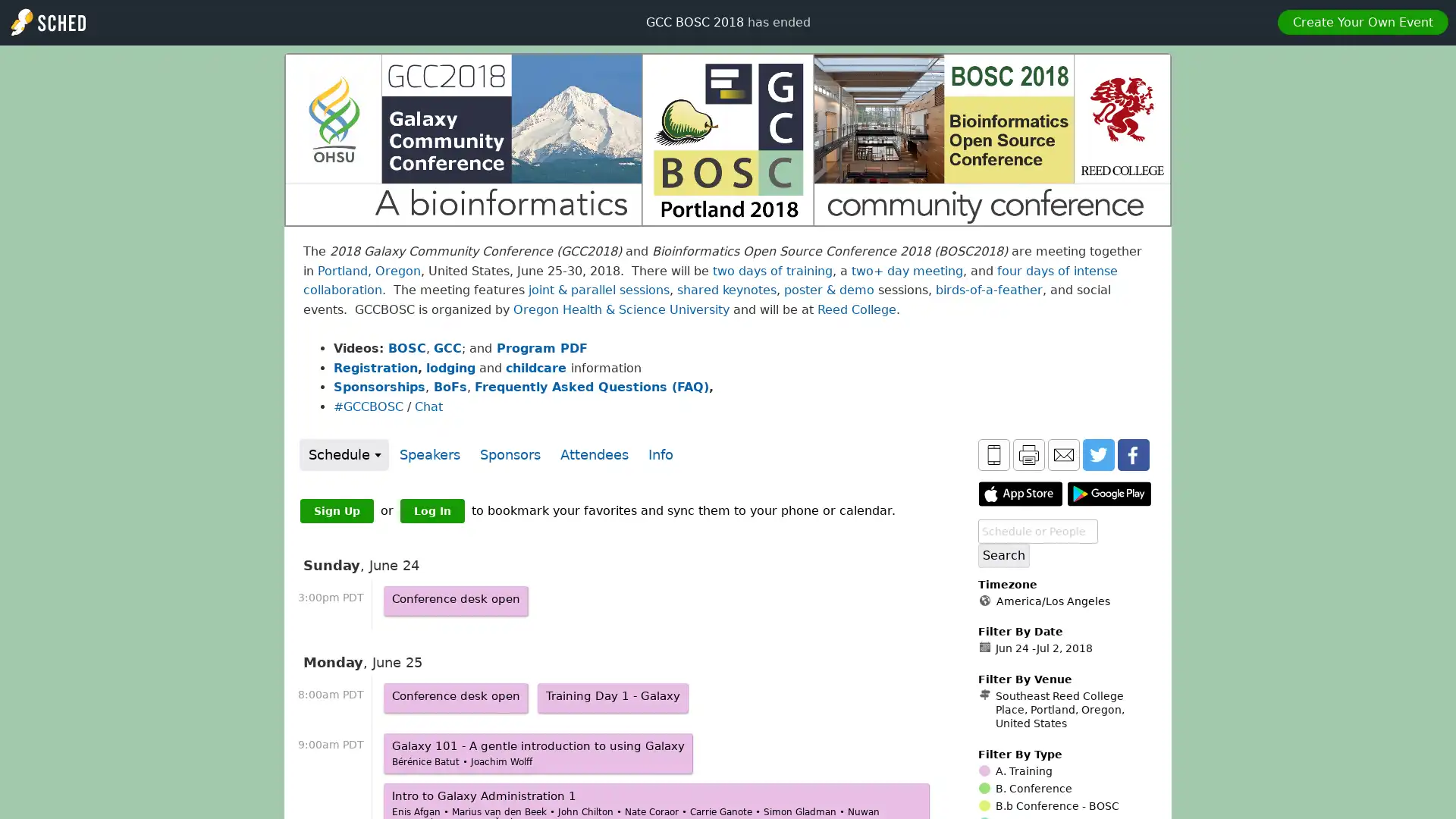 Image resolution: width=1456 pixels, height=819 pixels. I want to click on Search, so click(1004, 555).